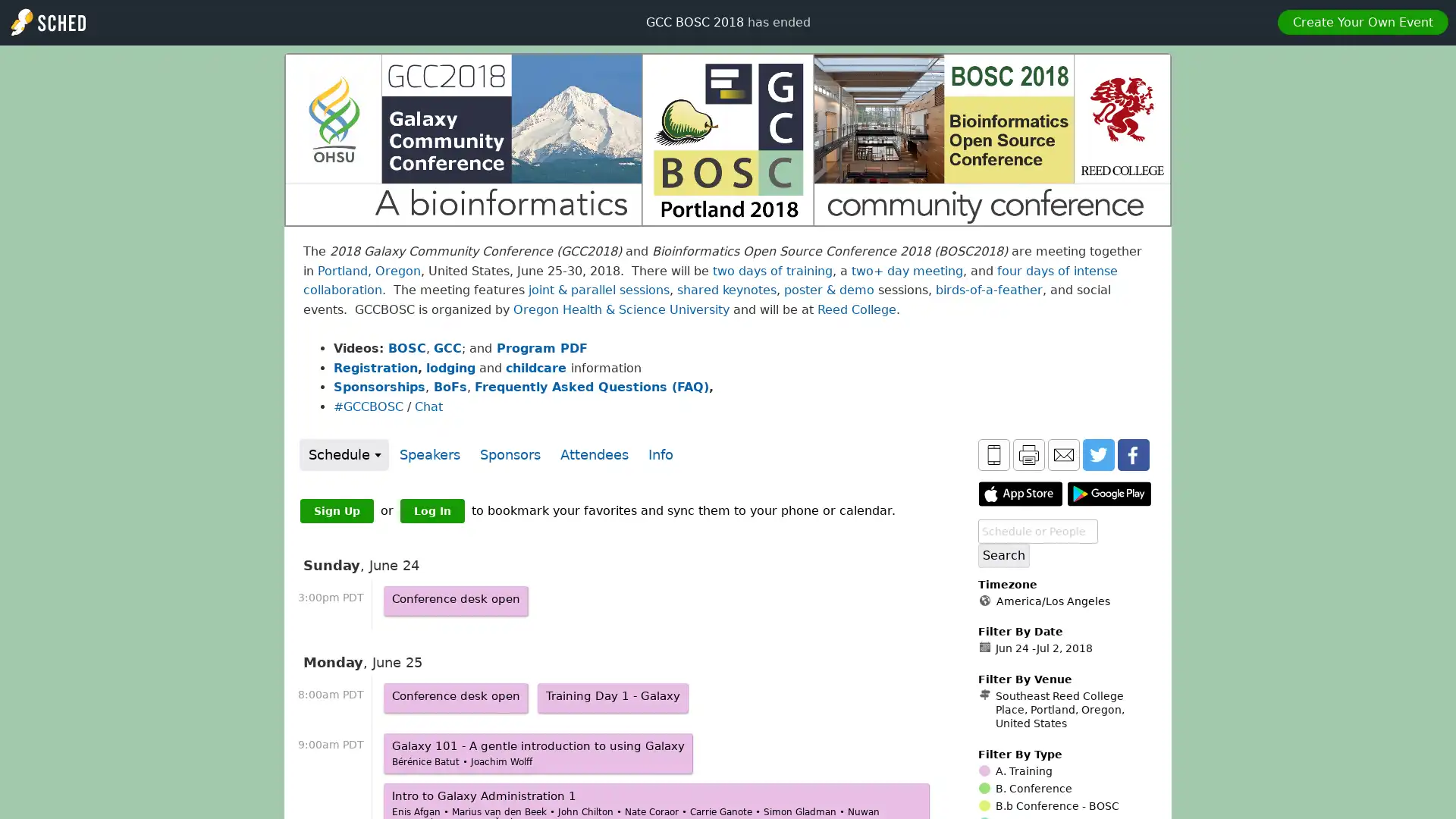 Image resolution: width=1456 pixels, height=819 pixels. I want to click on Search, so click(1004, 555).